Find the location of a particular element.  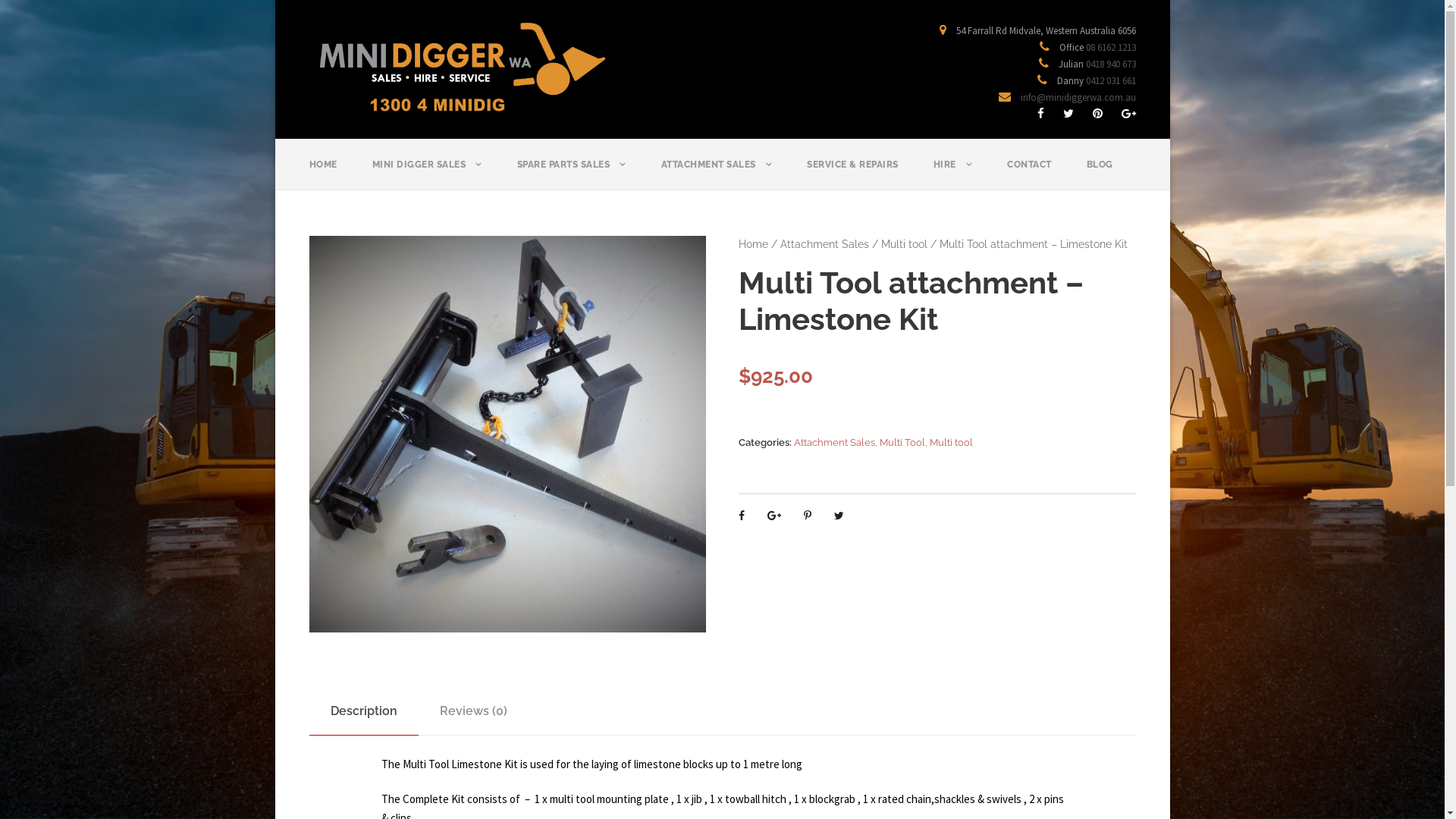

'SPARE PARTS SALES' is located at coordinates (570, 172).